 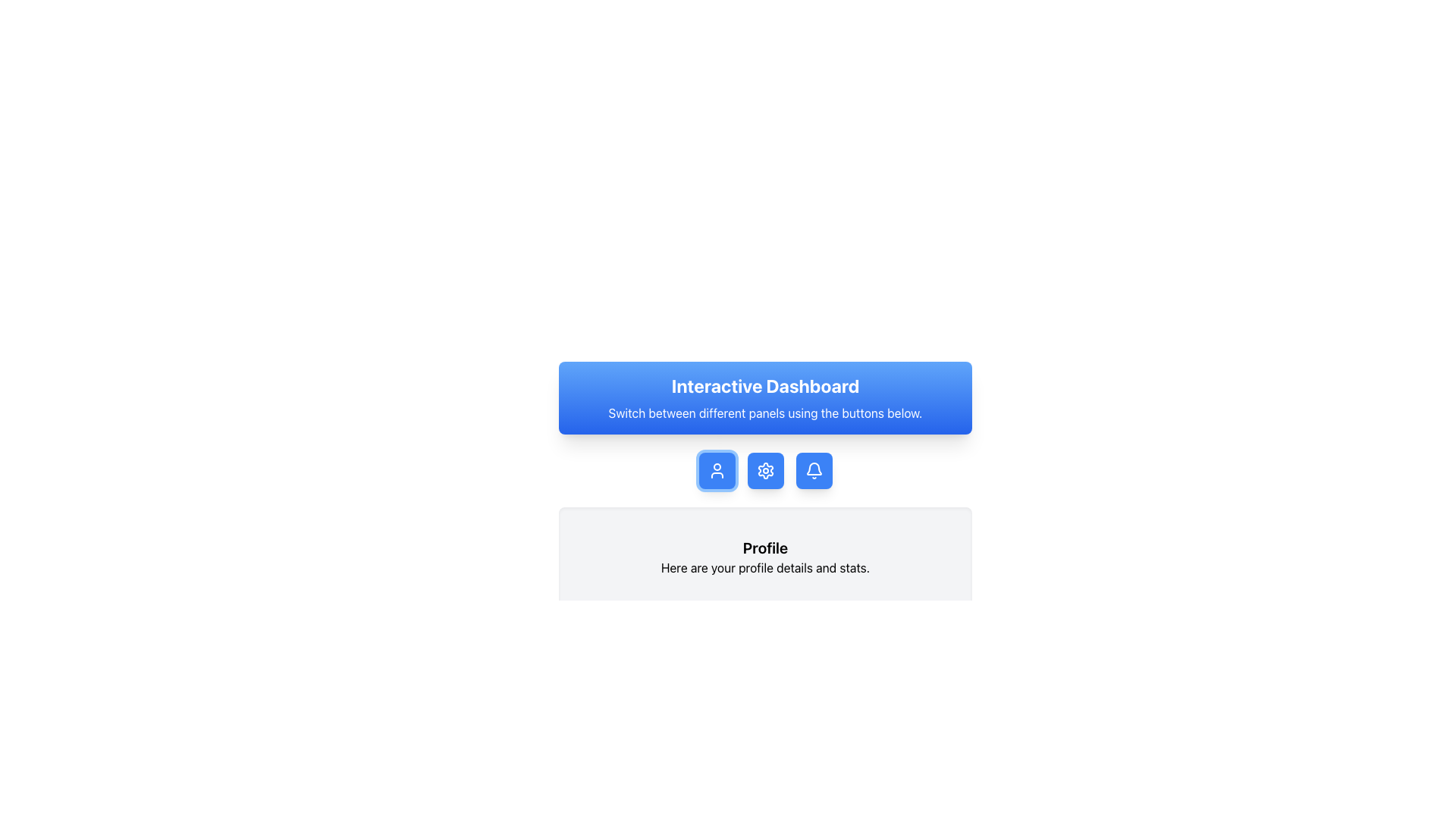 What do you see at coordinates (765, 548) in the screenshot?
I see `the text element labeled 'Profile', which is styled in bold, extra-large black font` at bounding box center [765, 548].